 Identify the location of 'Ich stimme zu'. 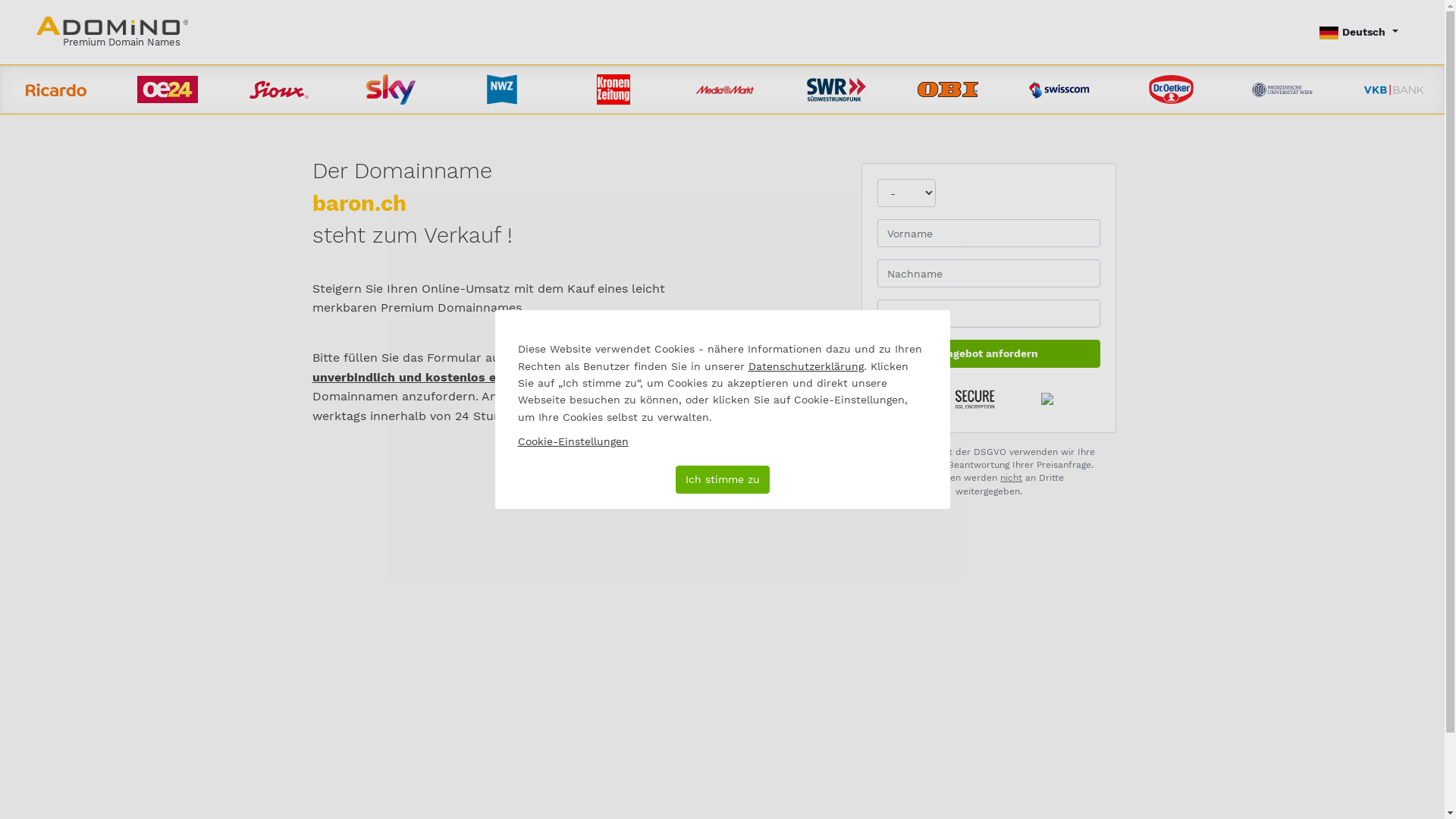
(720, 479).